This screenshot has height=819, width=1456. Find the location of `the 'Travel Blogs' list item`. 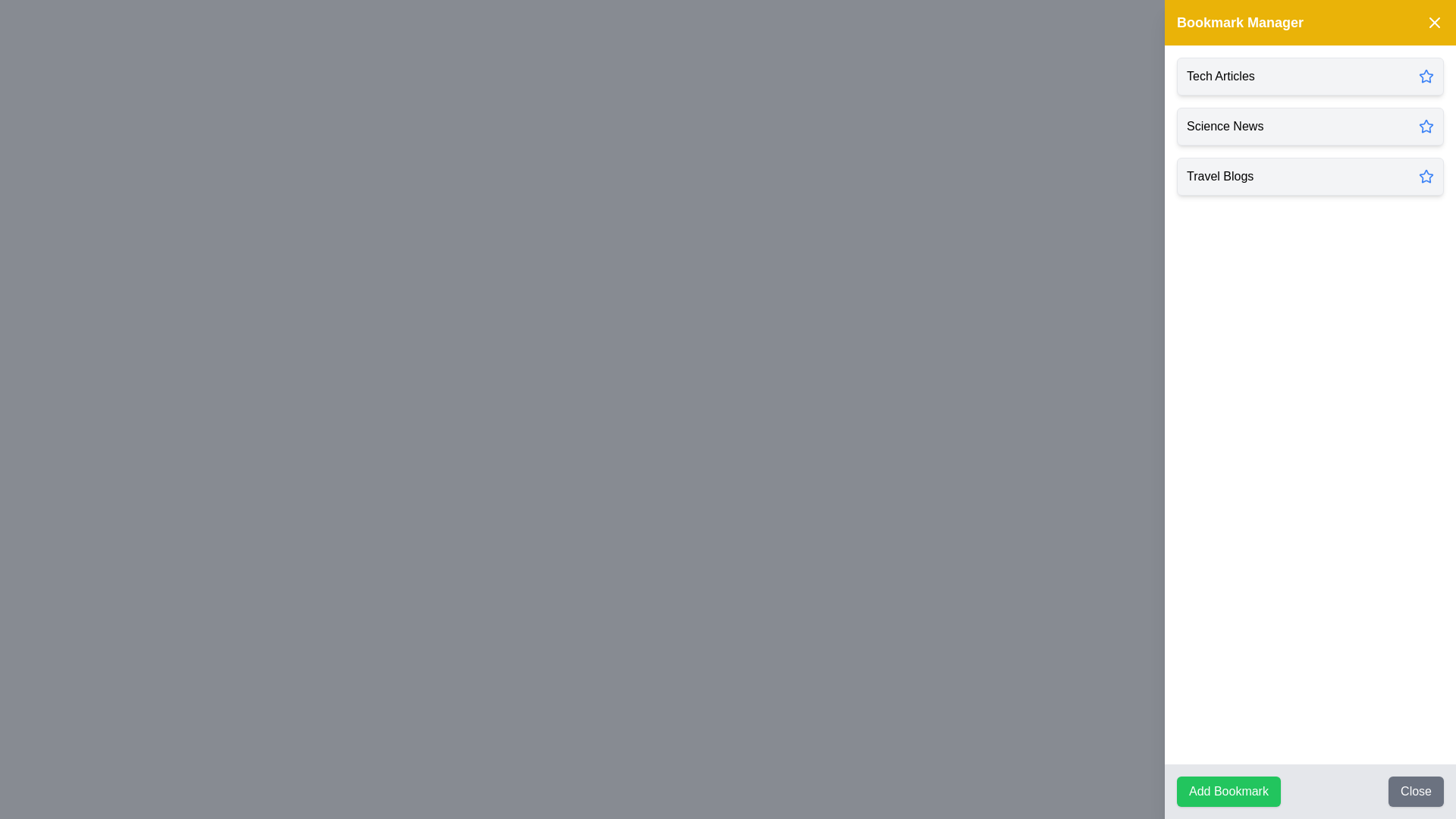

the 'Travel Blogs' list item is located at coordinates (1310, 175).